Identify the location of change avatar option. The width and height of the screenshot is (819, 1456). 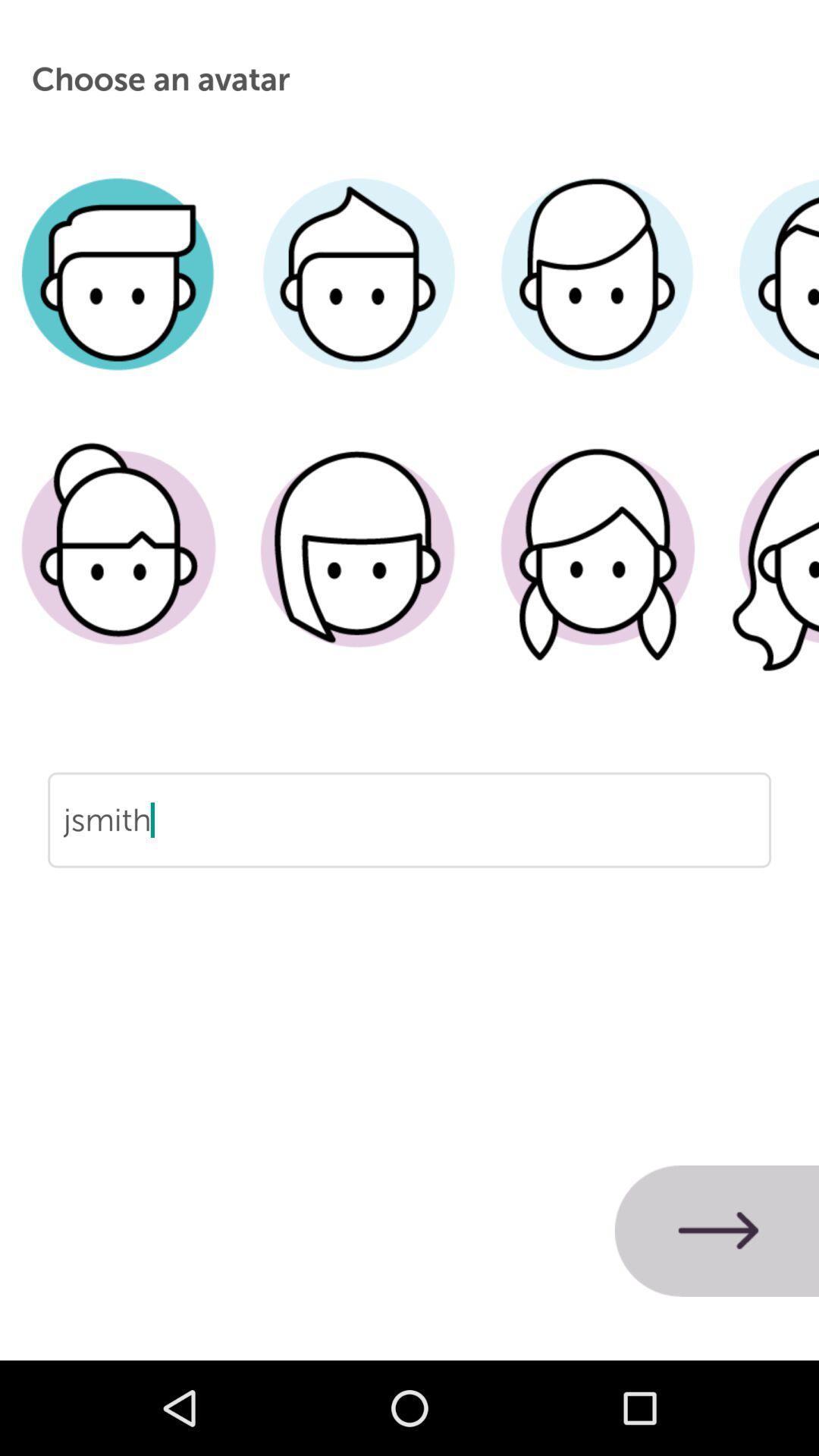
(358, 297).